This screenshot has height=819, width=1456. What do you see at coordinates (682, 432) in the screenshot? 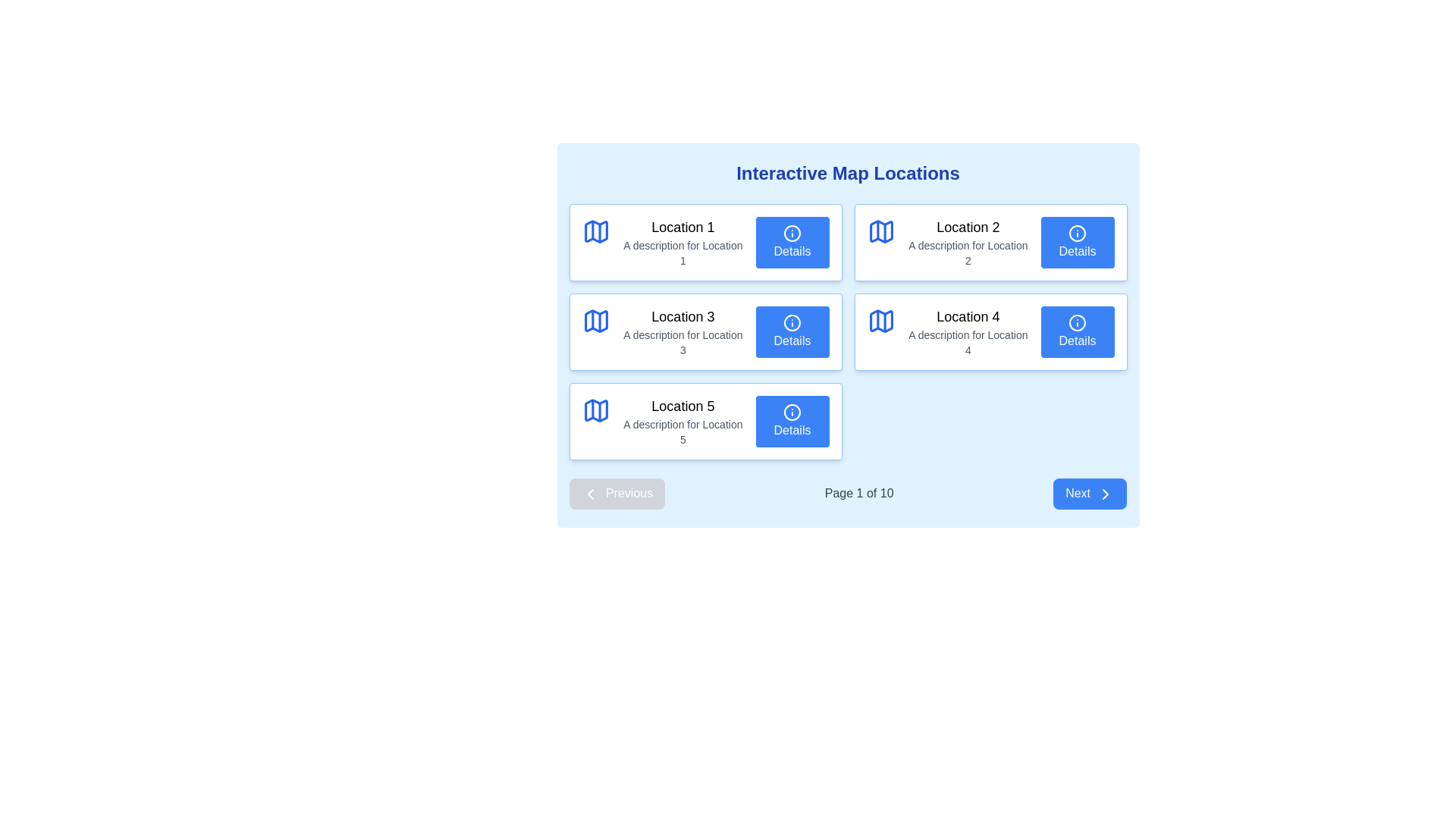
I see `descriptive text located at the lower-left corner of the interface for Location 5, which is associated with a 'Details' button` at bounding box center [682, 432].